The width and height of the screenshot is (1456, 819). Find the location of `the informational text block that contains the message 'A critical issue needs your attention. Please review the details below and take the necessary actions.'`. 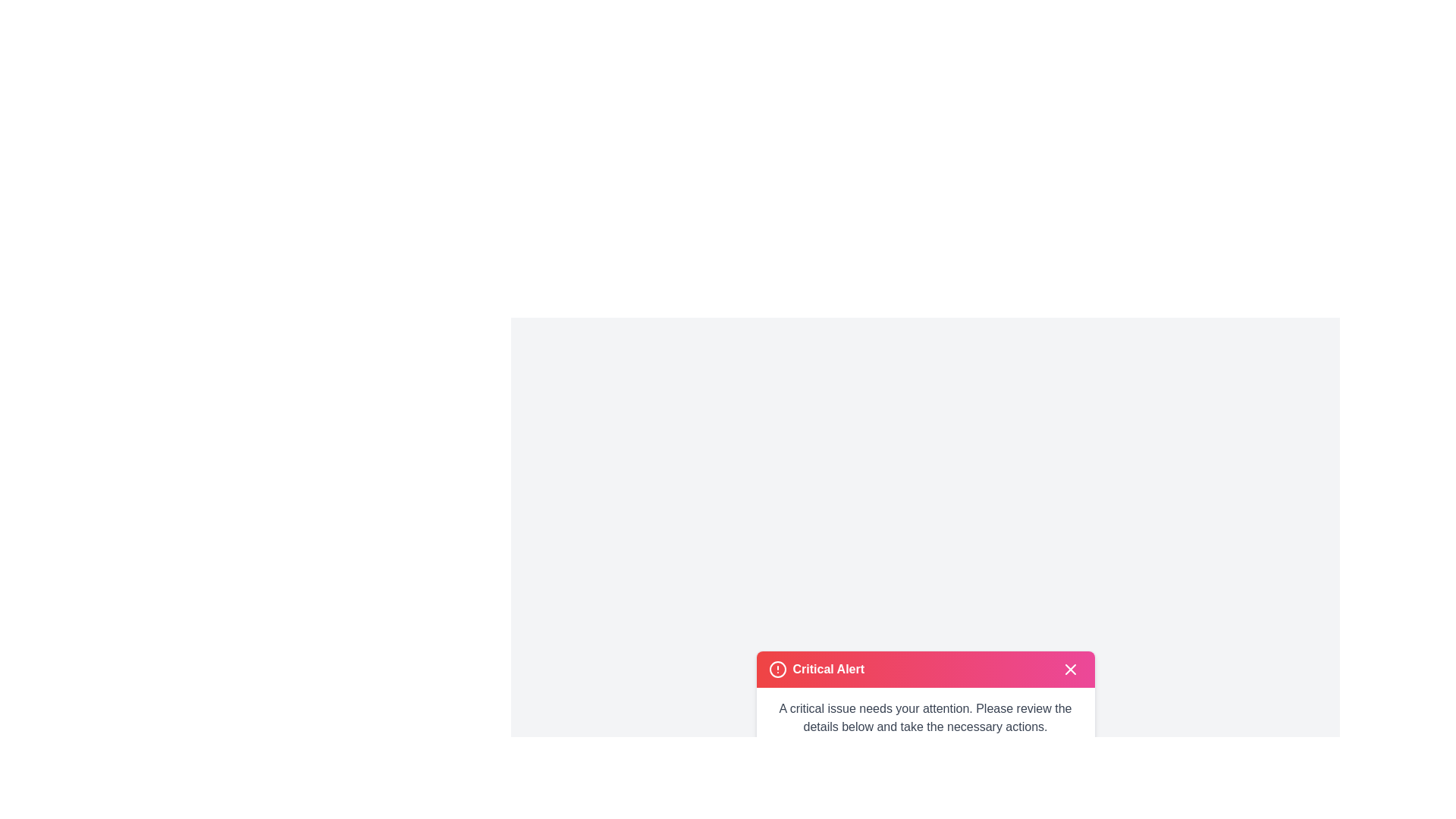

the informational text block that contains the message 'A critical issue needs your attention. Please review the details below and take the necessary actions.' is located at coordinates (924, 717).